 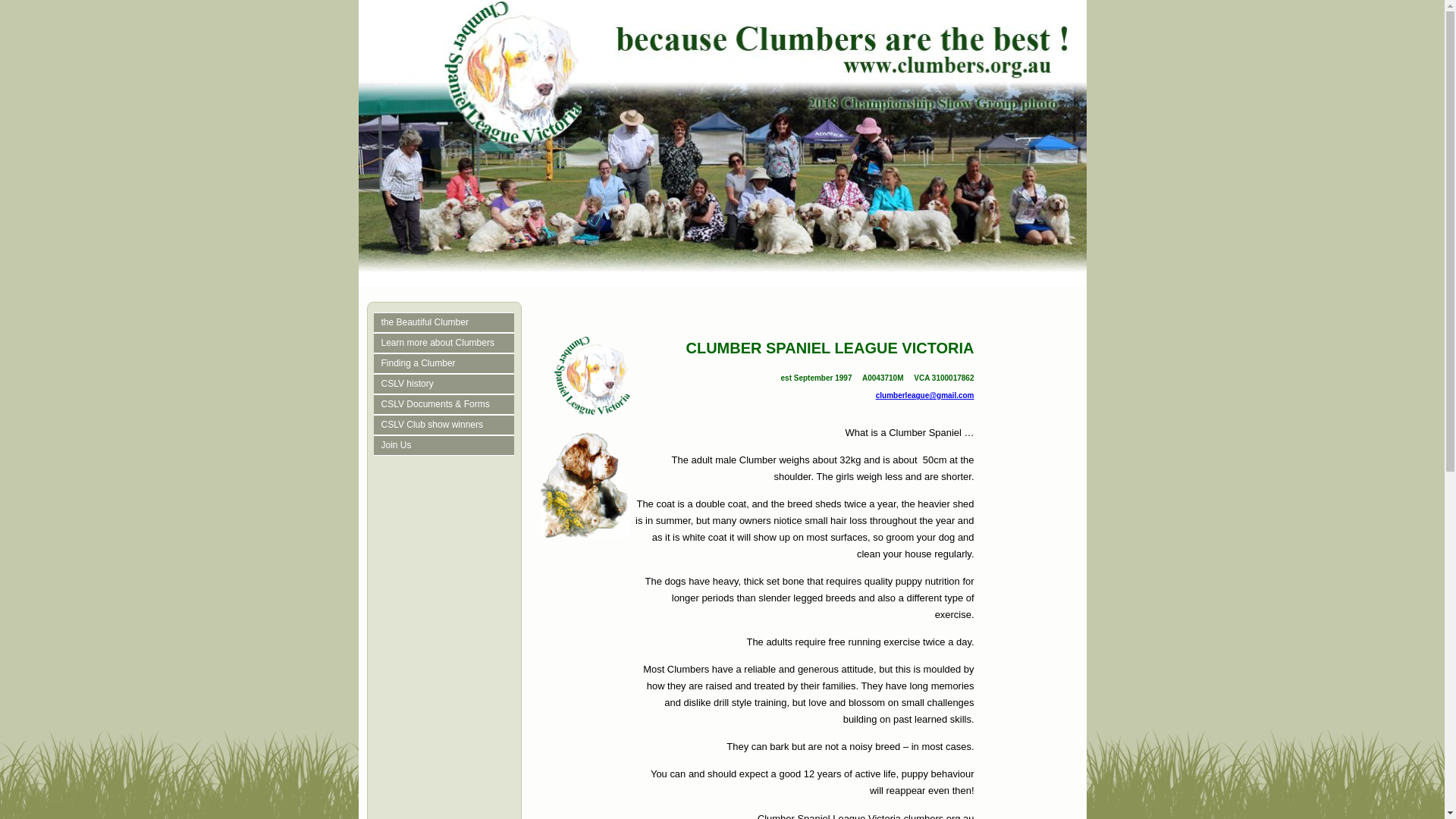 What do you see at coordinates (446, 363) in the screenshot?
I see `'Finding a Clumber'` at bounding box center [446, 363].